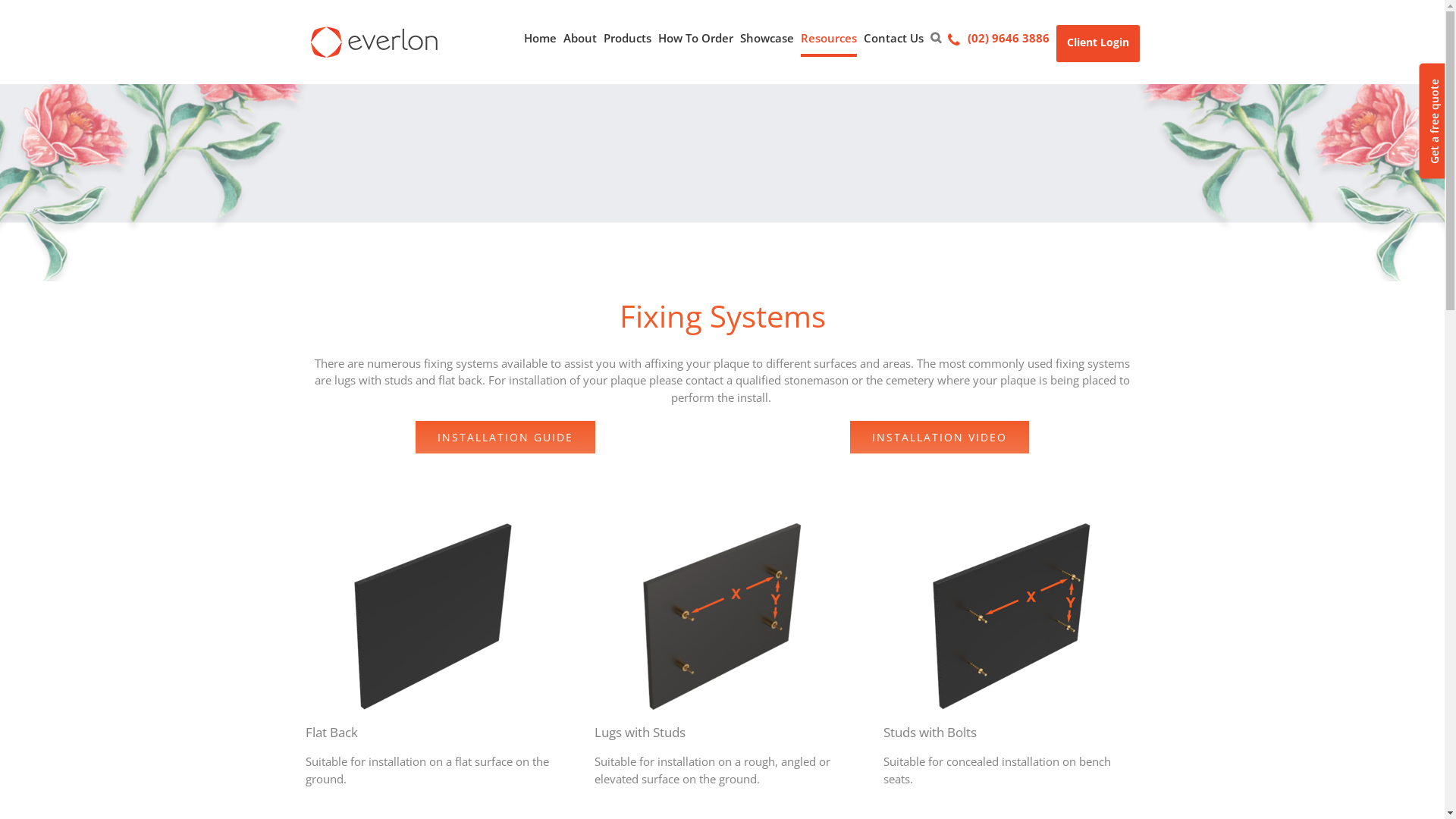 Image resolution: width=1456 pixels, height=819 pixels. Describe the element at coordinates (1097, 42) in the screenshot. I see `'Client Login'` at that location.